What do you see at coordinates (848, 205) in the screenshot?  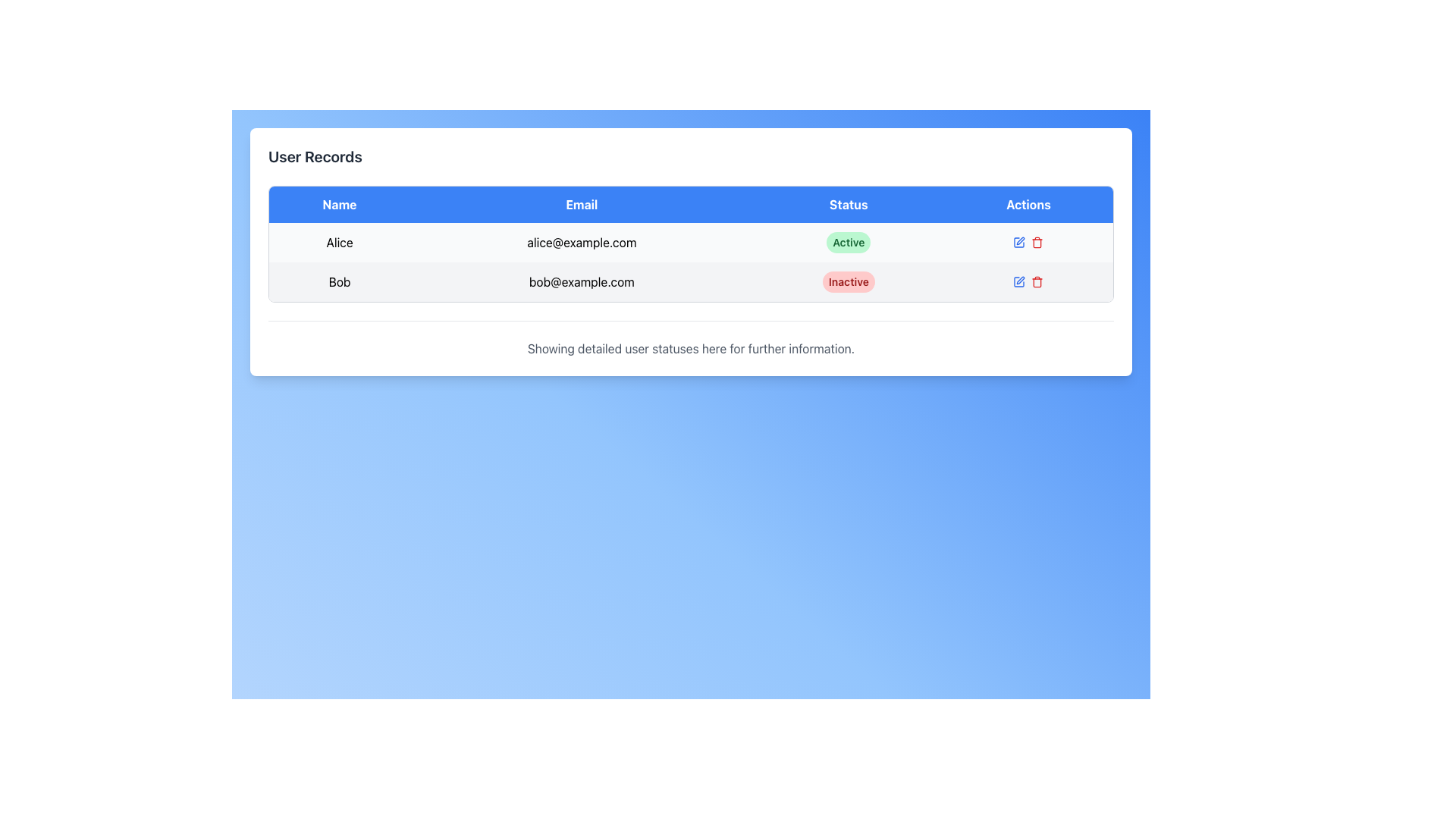 I see `the header label in the table that indicates the status-related values for the listed data, positioned between the 'Email' and 'Actions' headers` at bounding box center [848, 205].